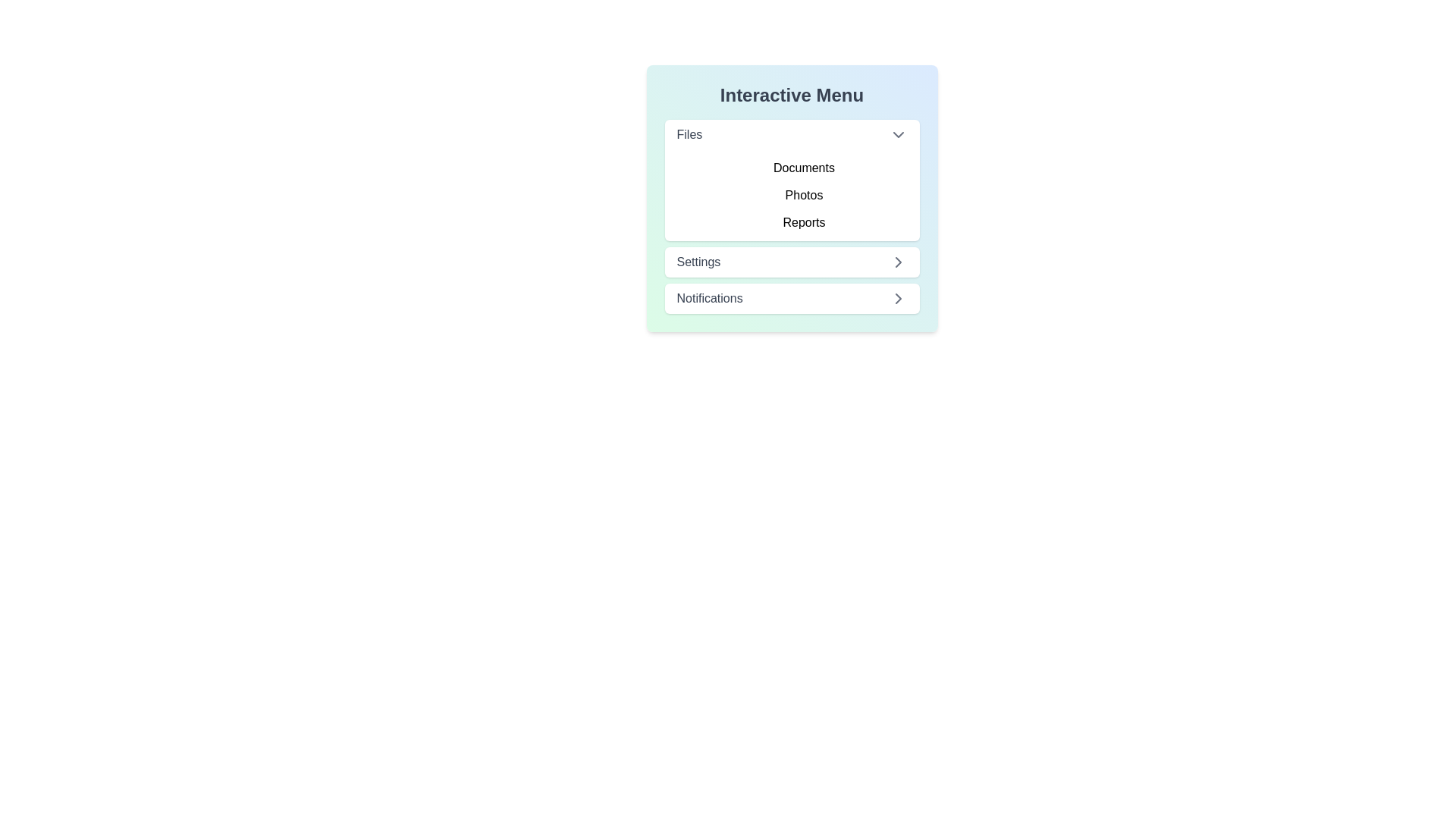  What do you see at coordinates (791, 298) in the screenshot?
I see `the Notifications navigation button, which is the last item in the vertical group of similar buttons located at the bottom of the group, below 'Settings'` at bounding box center [791, 298].